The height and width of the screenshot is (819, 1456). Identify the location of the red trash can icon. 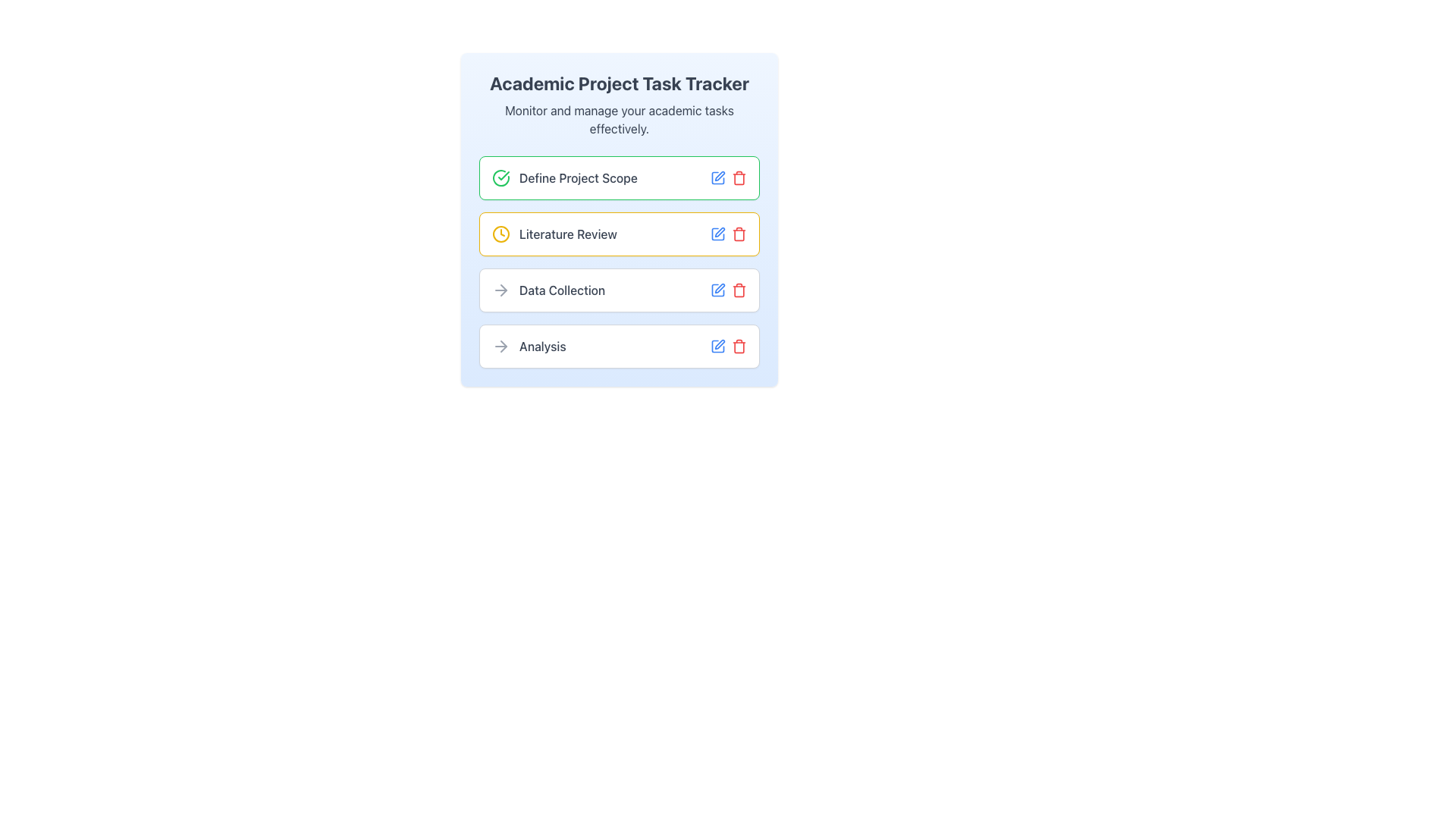
(728, 346).